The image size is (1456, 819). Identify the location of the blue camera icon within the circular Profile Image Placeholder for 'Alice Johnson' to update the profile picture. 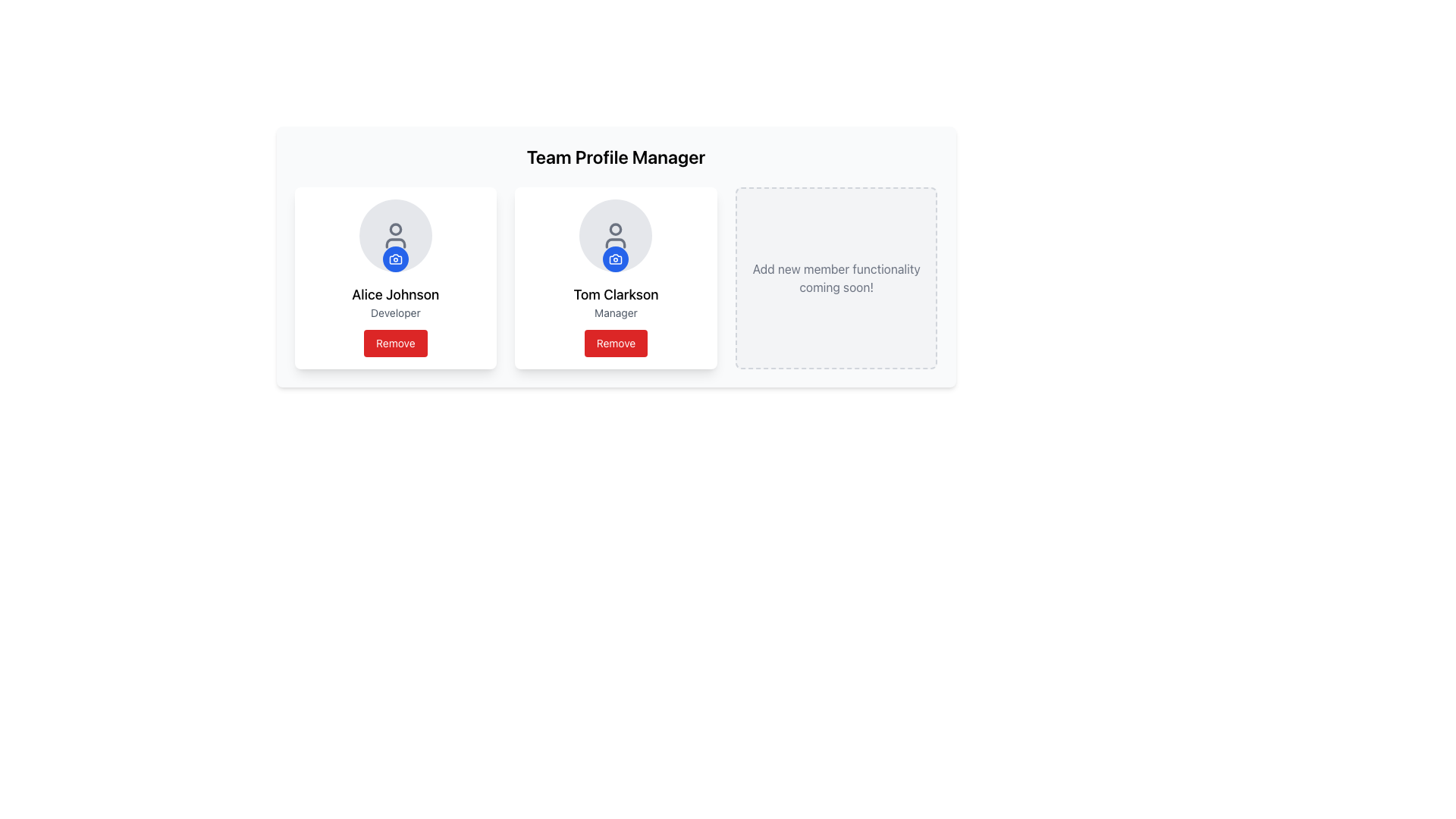
(395, 236).